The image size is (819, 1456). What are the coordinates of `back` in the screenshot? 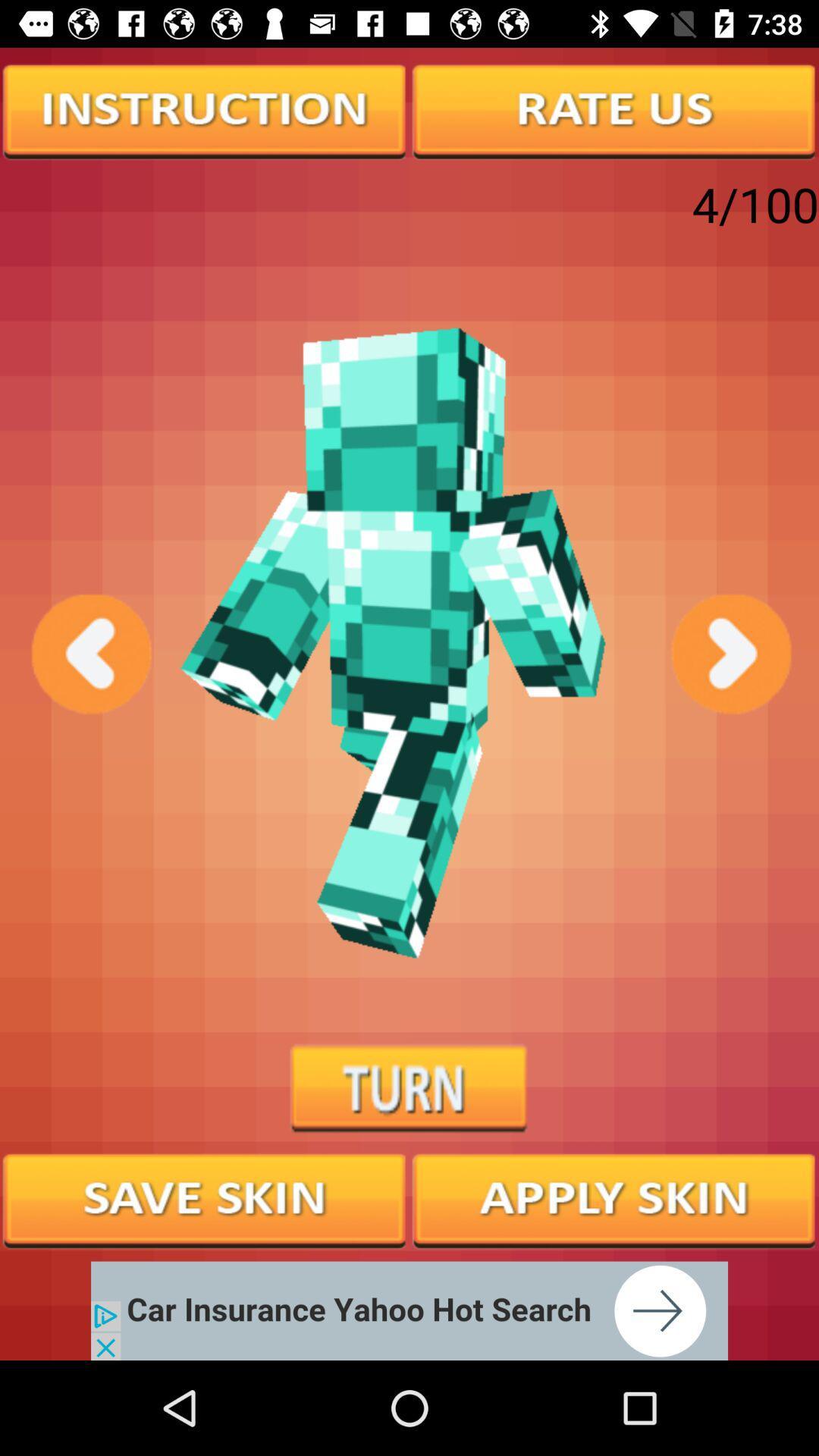 It's located at (89, 654).